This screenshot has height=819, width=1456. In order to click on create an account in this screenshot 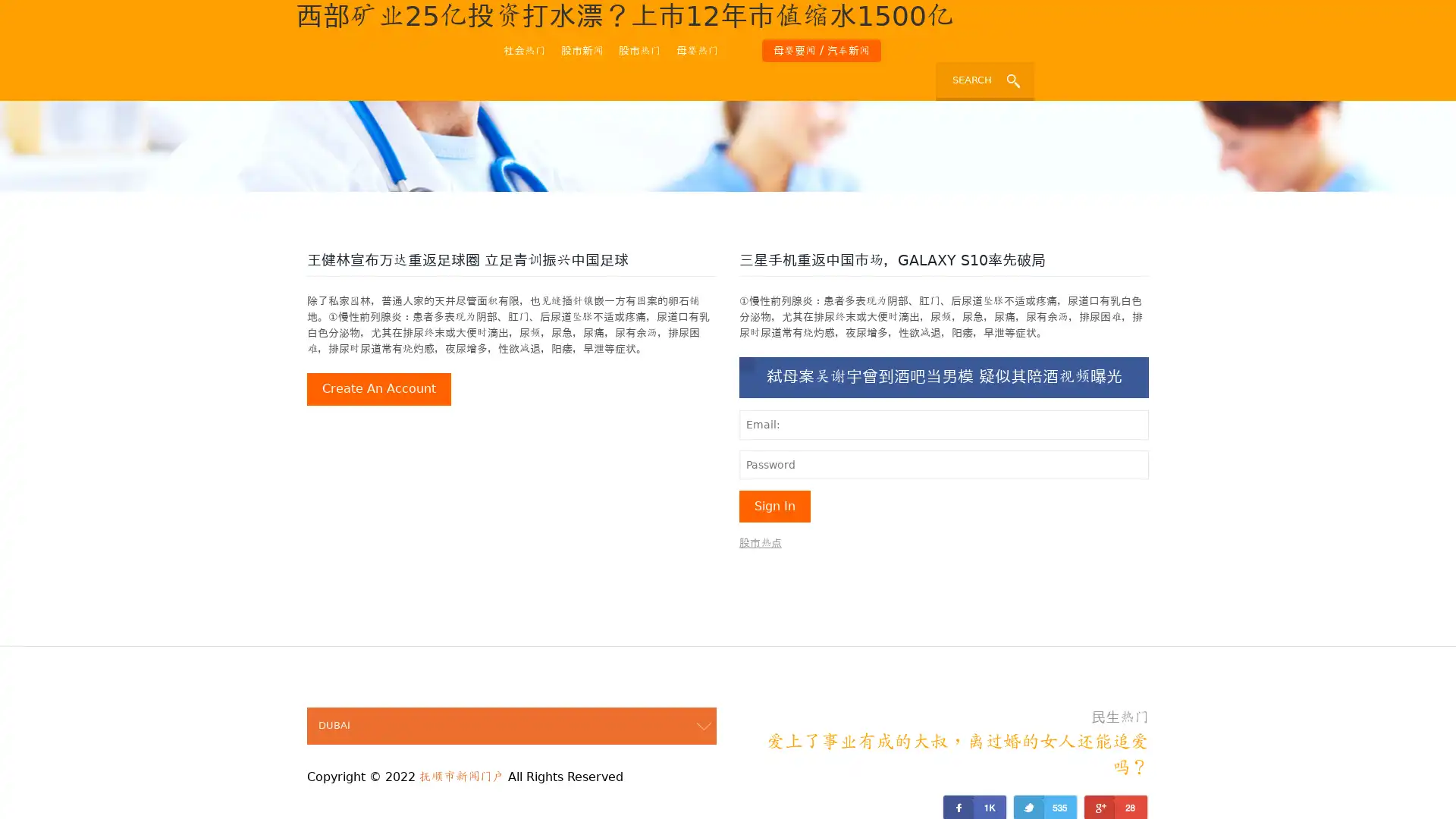, I will do `click(378, 388)`.